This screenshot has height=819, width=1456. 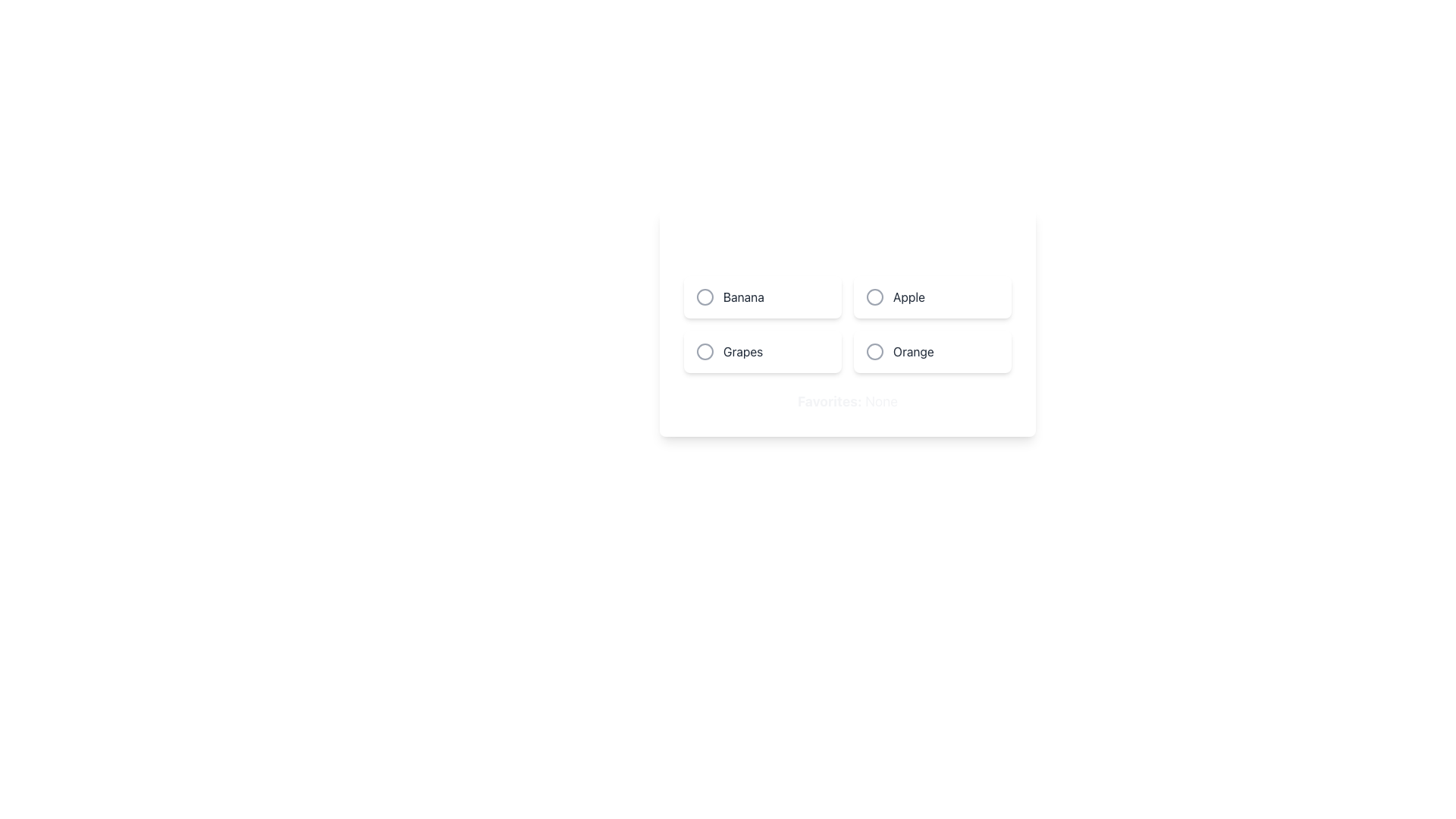 I want to click on the SVG Icon (Circle) that represents the selection for 'Banana', so click(x=704, y=297).